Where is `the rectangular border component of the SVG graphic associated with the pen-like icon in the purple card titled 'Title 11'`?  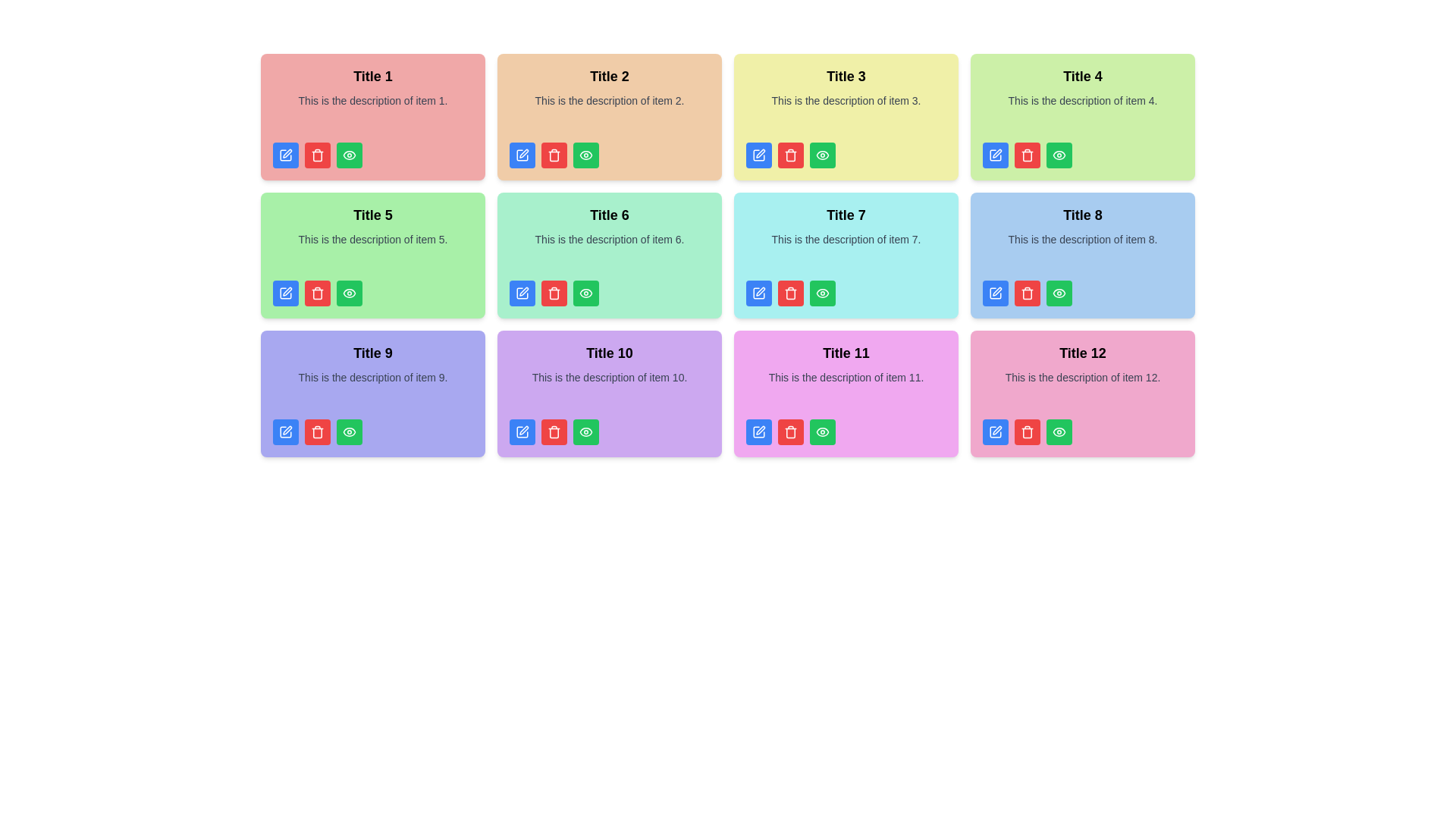 the rectangular border component of the SVG graphic associated with the pen-like icon in the purple card titled 'Title 11' is located at coordinates (759, 431).